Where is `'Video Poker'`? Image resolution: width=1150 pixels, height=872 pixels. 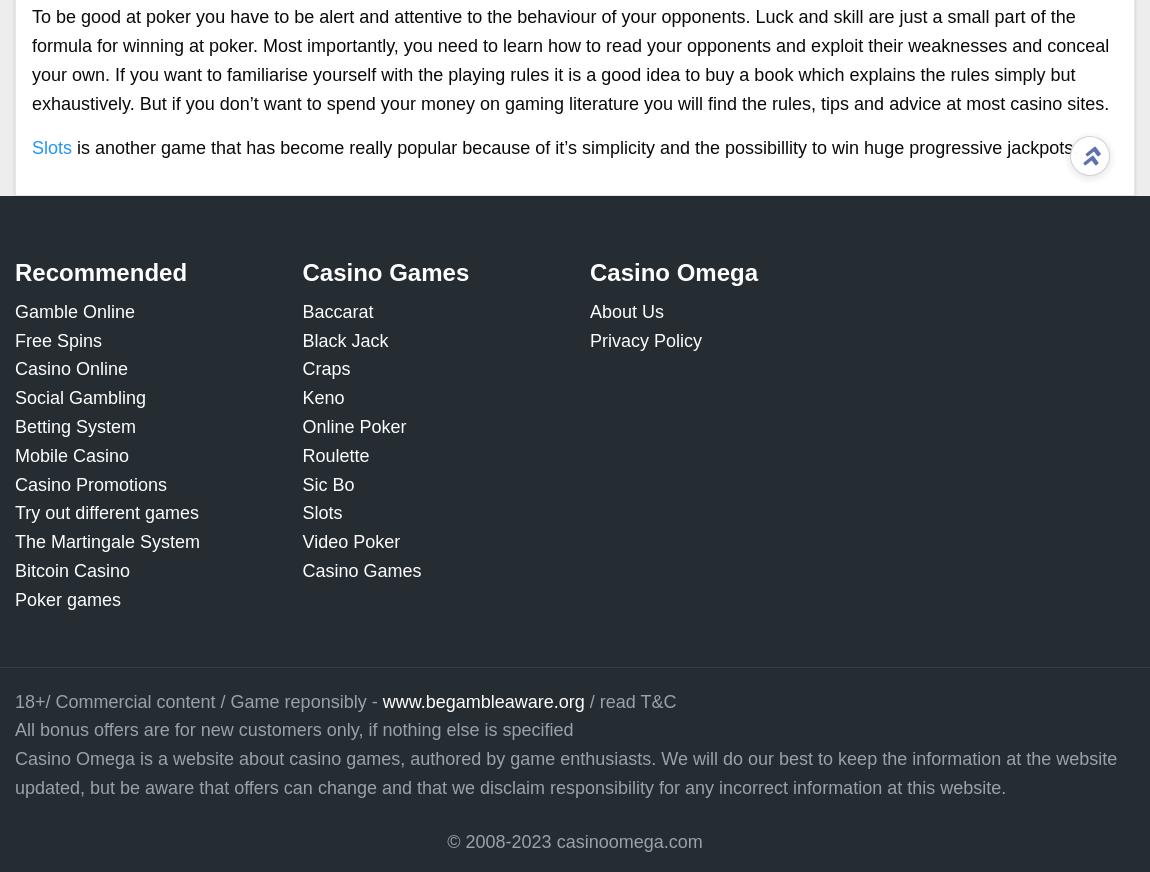
'Video Poker' is located at coordinates (350, 541).